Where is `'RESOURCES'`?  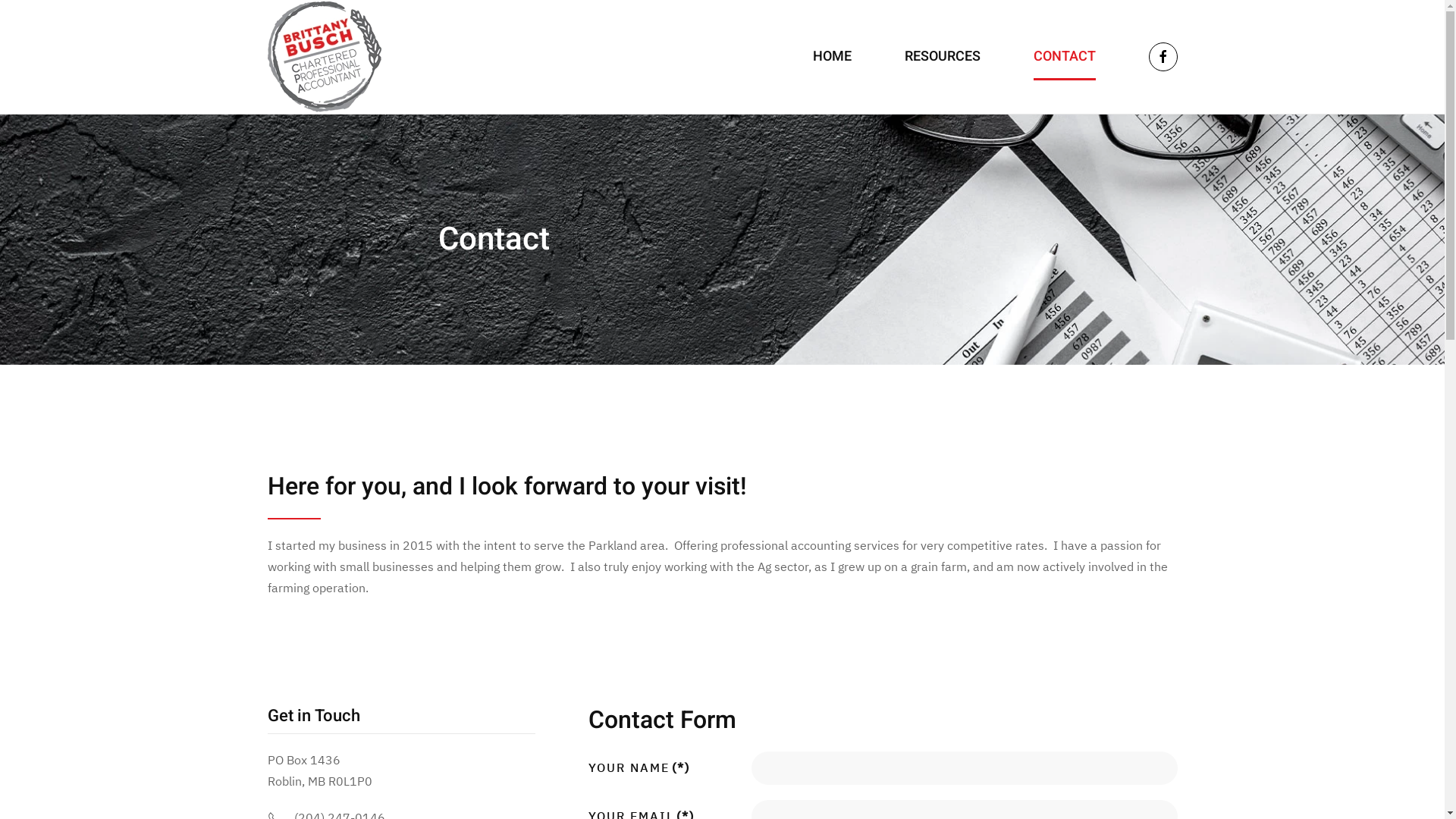
'RESOURCES' is located at coordinates (941, 55).